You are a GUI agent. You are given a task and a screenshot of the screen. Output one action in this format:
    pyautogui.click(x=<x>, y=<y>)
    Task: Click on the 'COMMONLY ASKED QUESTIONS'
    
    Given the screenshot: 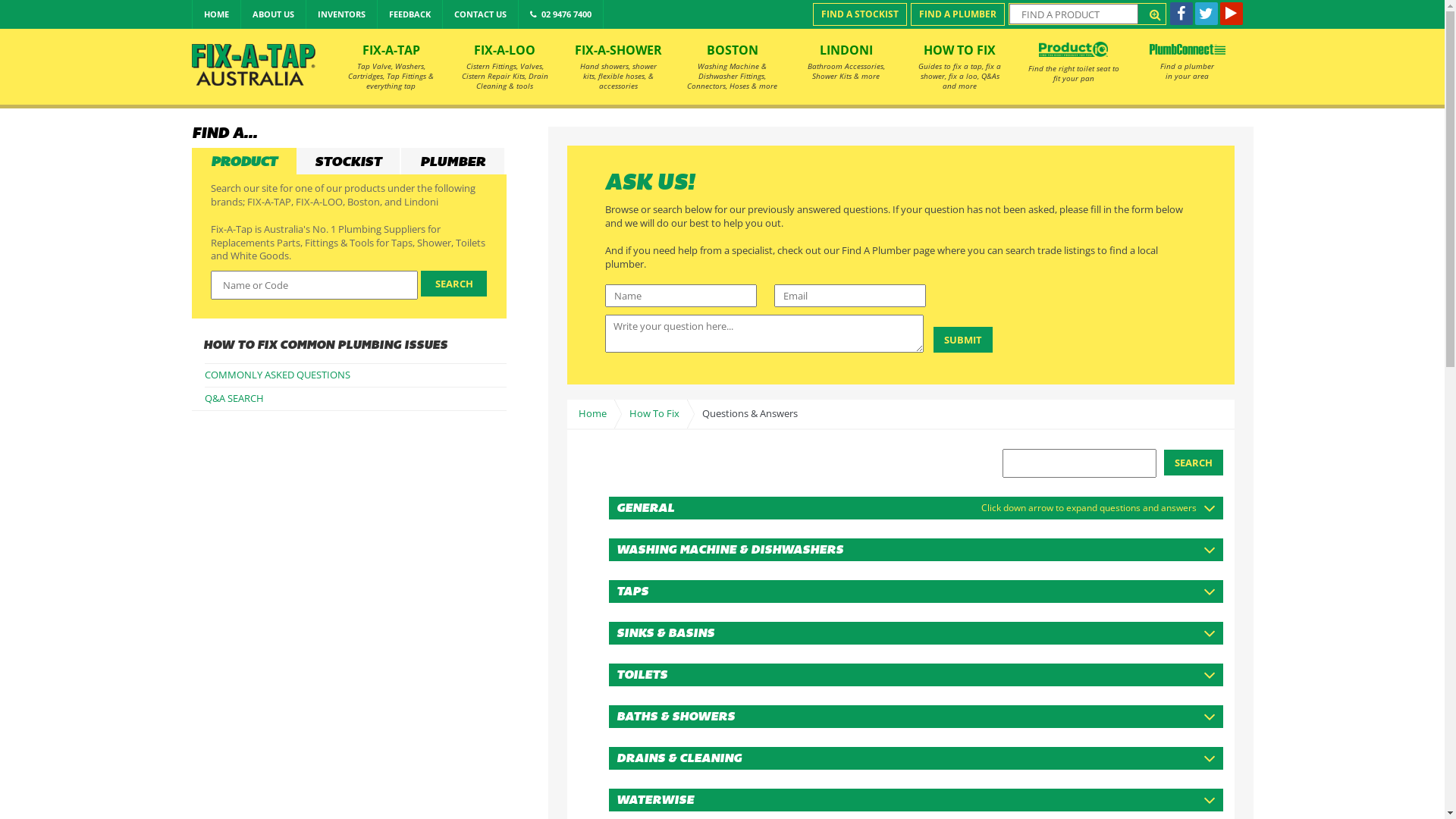 What is the action you would take?
    pyautogui.click(x=355, y=375)
    